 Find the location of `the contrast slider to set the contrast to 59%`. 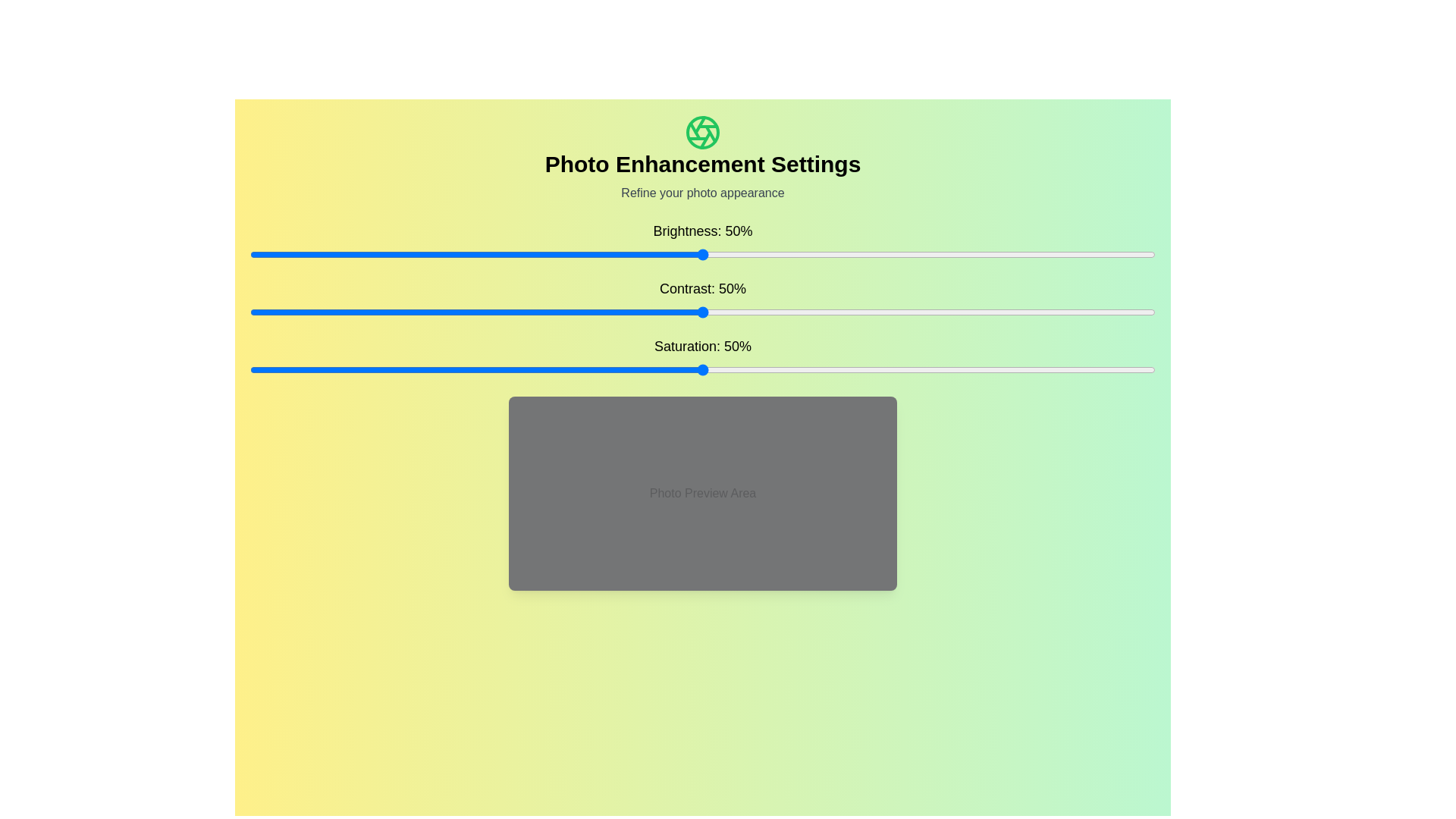

the contrast slider to set the contrast to 59% is located at coordinates (784, 312).